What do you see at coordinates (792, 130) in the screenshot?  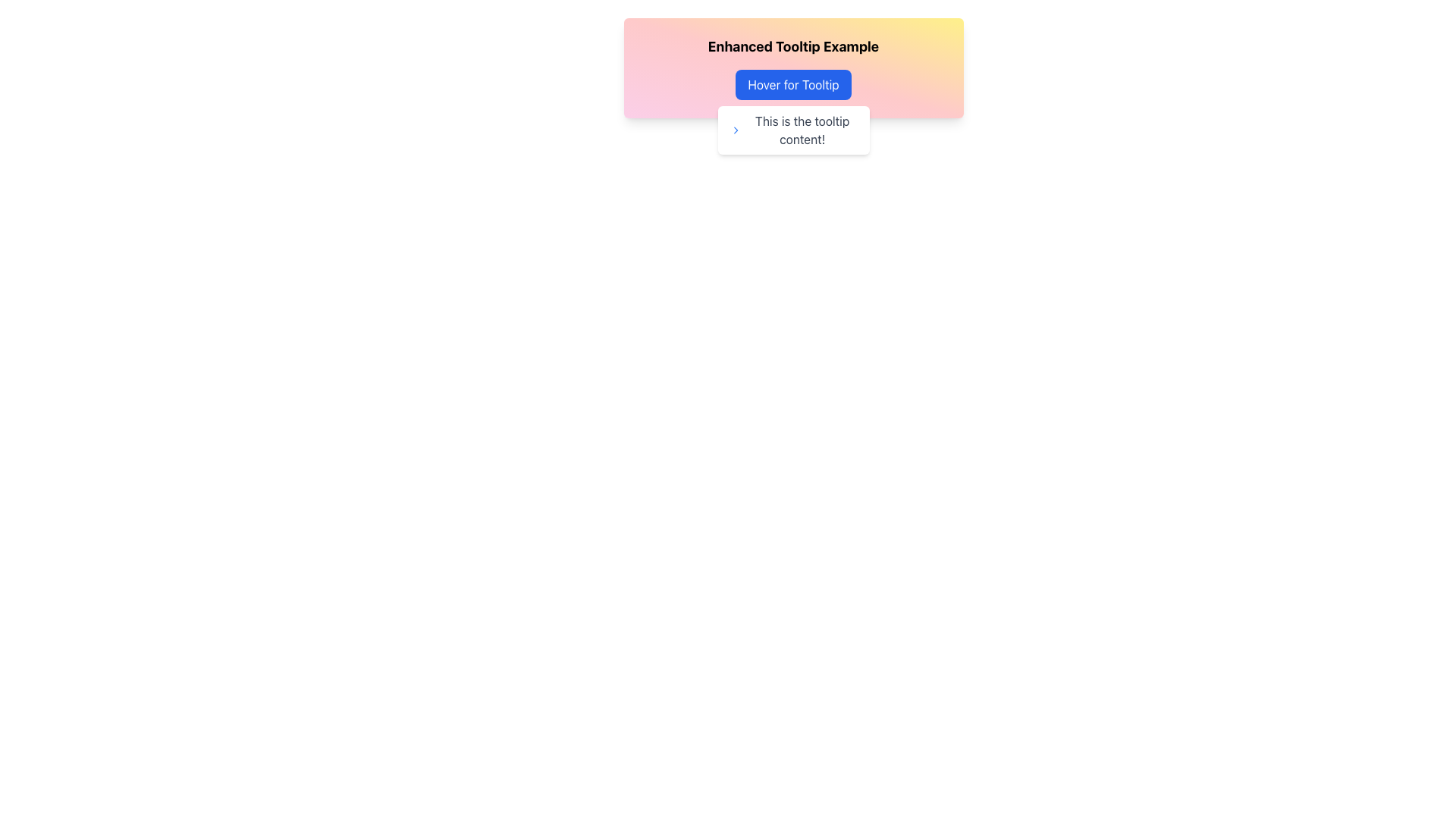 I see `the tooltip with the text 'This is the tooltip content!' that appears below the 'Hover for Tooltip' button` at bounding box center [792, 130].